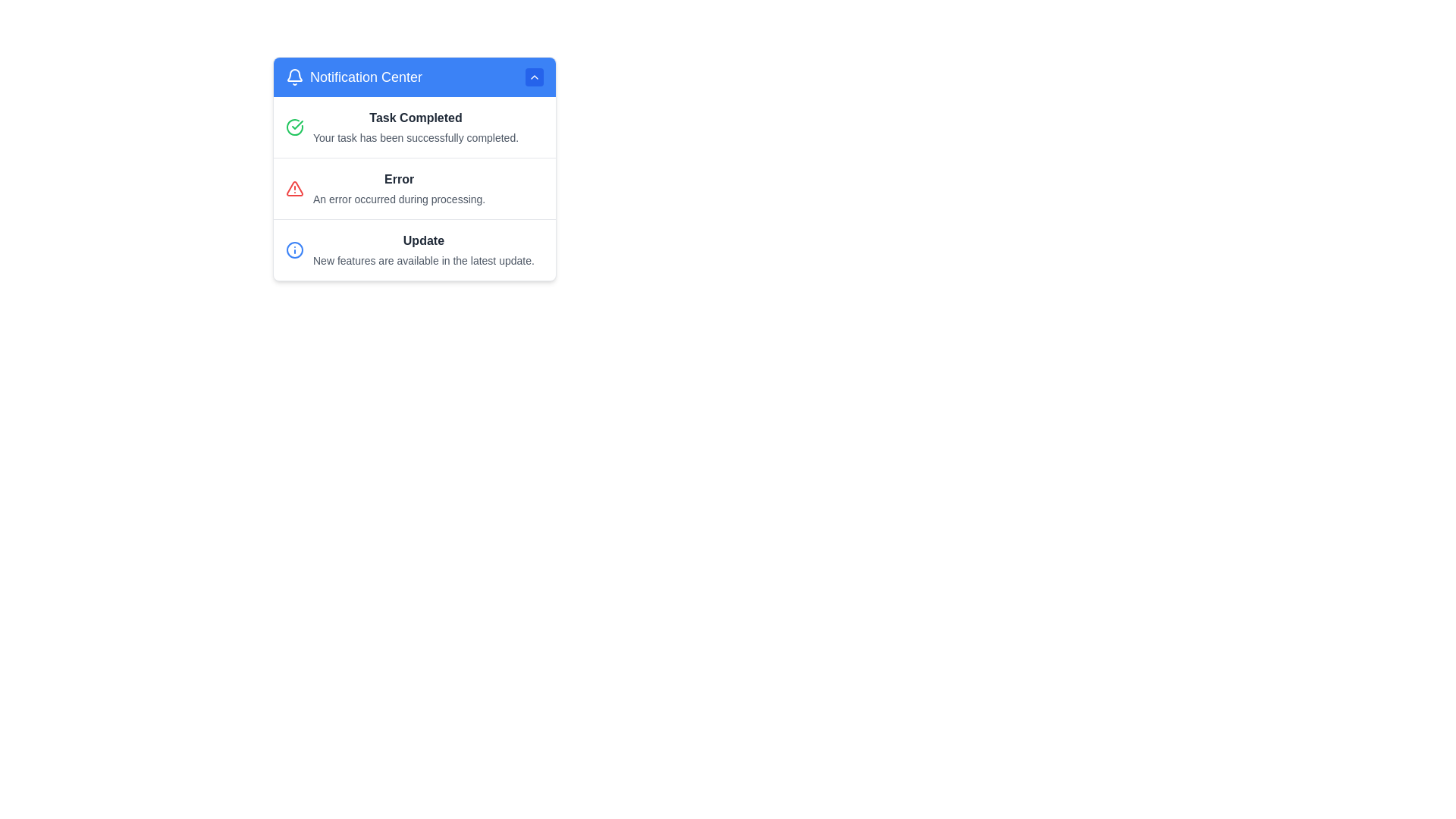  Describe the element at coordinates (294, 127) in the screenshot. I see `the leftmost icon in the 'Task Completed' row of the notification pop-up, indicating successful task completion` at that location.